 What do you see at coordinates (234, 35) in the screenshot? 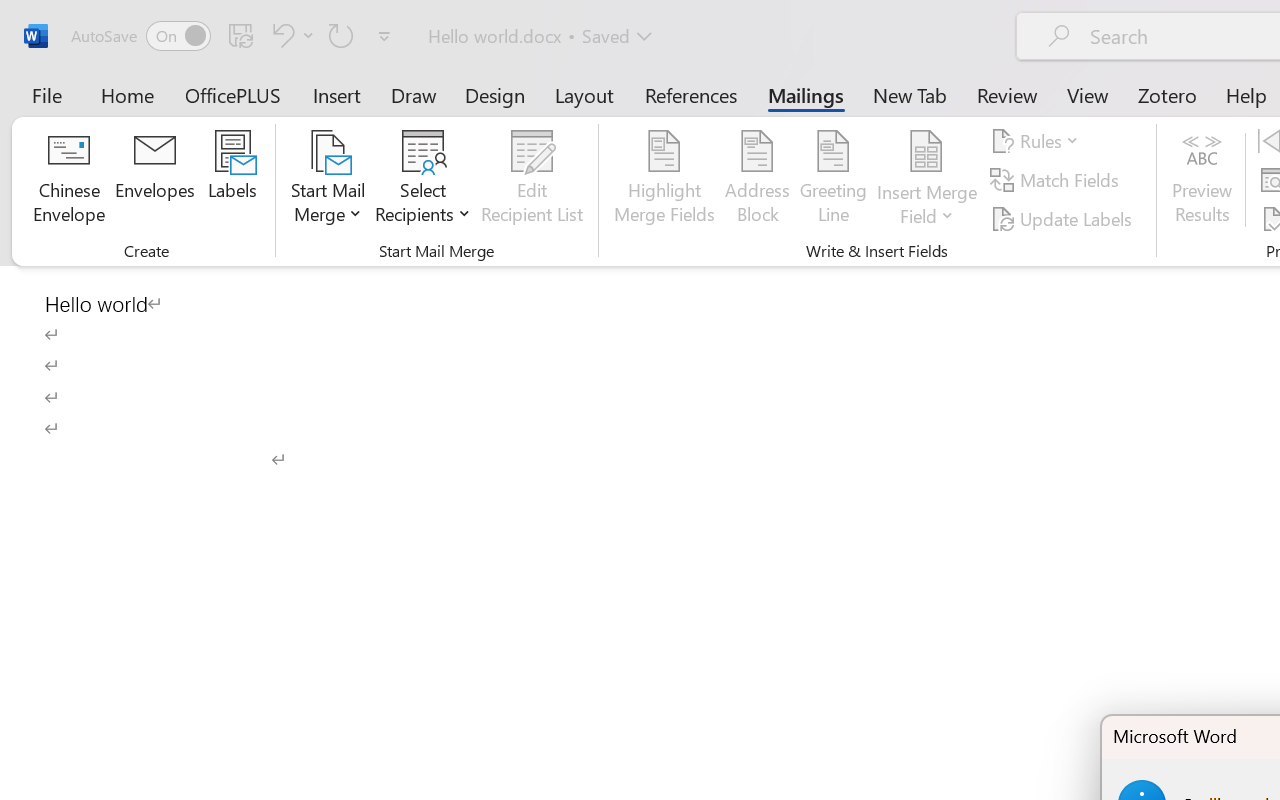
I see `'Quick Access Toolbar'` at bounding box center [234, 35].